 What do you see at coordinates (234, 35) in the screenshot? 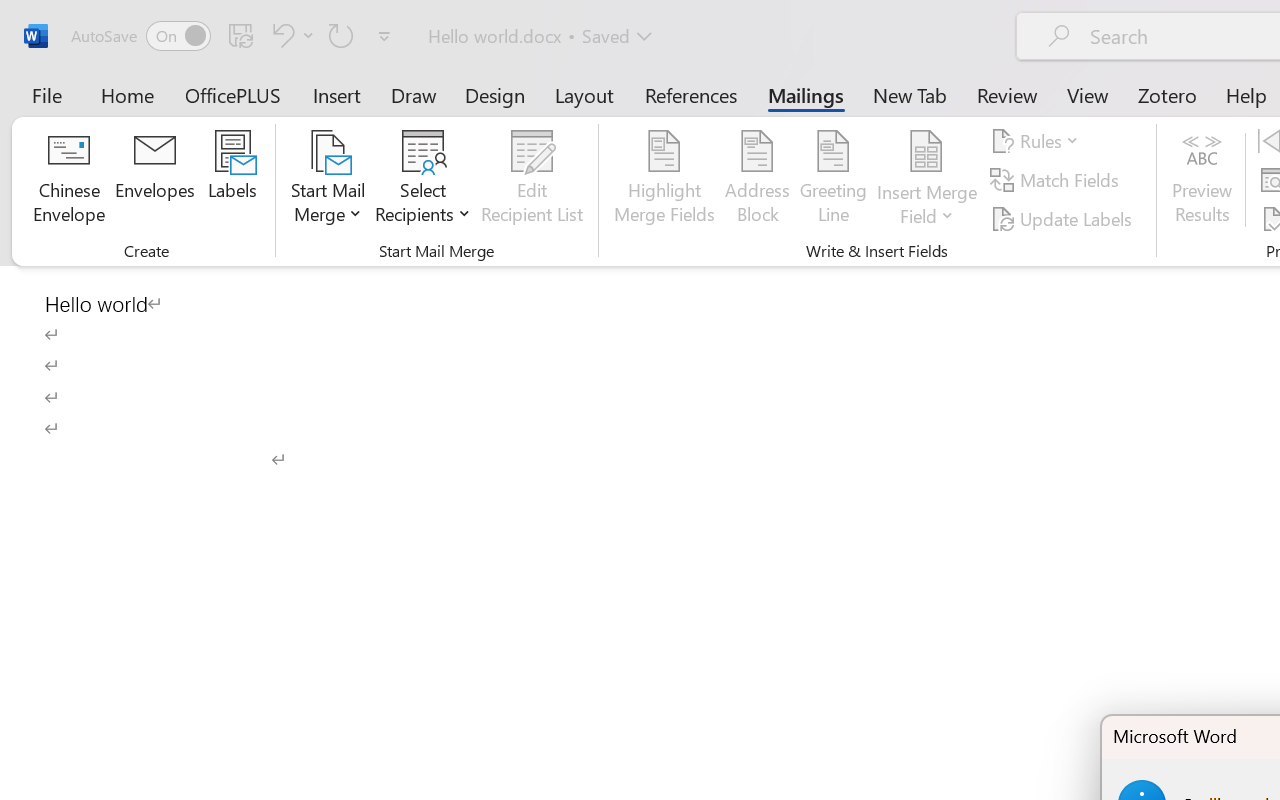
I see `'Quick Access Toolbar'` at bounding box center [234, 35].